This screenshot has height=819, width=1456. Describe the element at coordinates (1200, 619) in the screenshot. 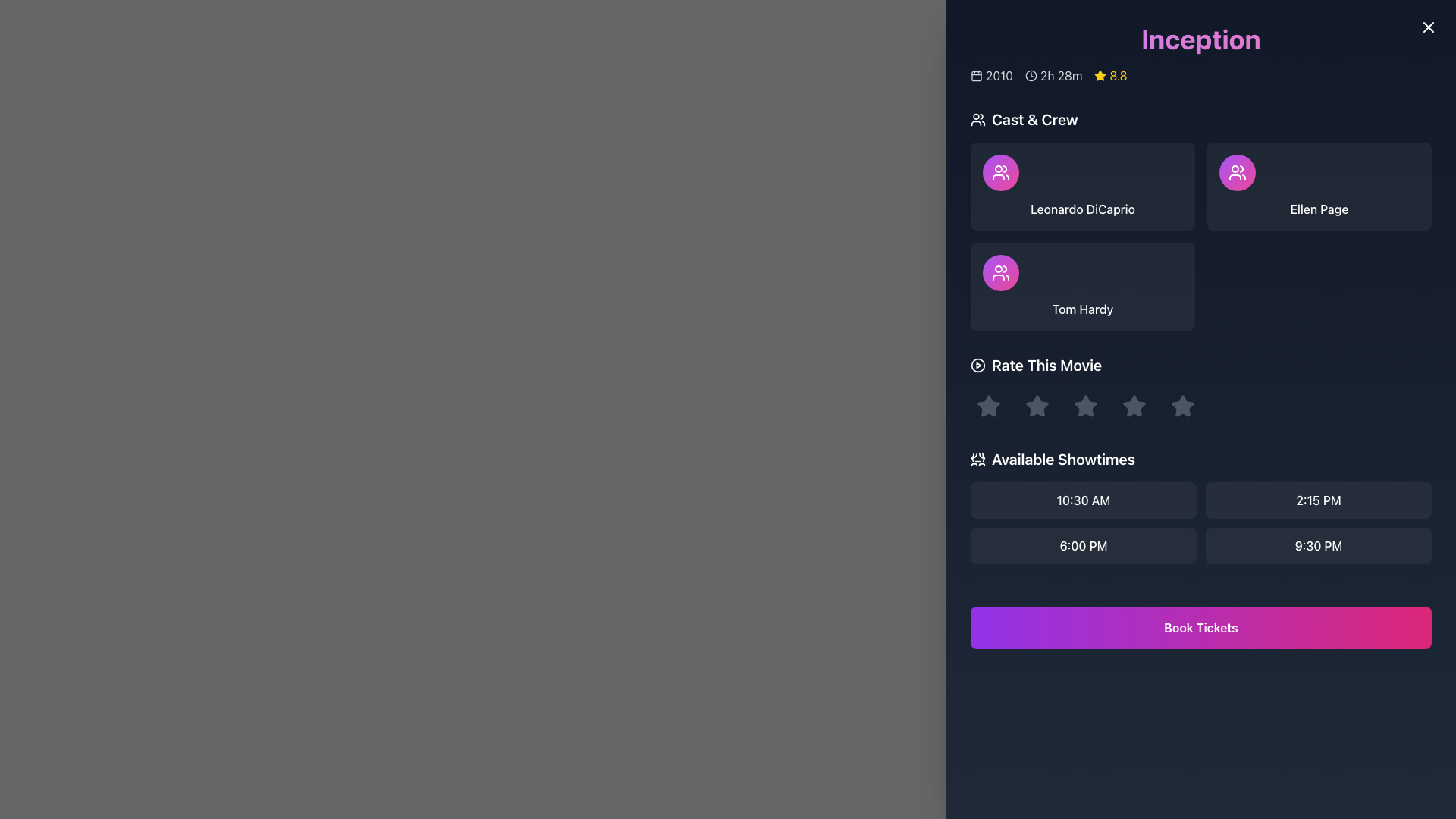

I see `the rectangular button labeled 'Book Tickets' with a gradient from purple to pink` at that location.